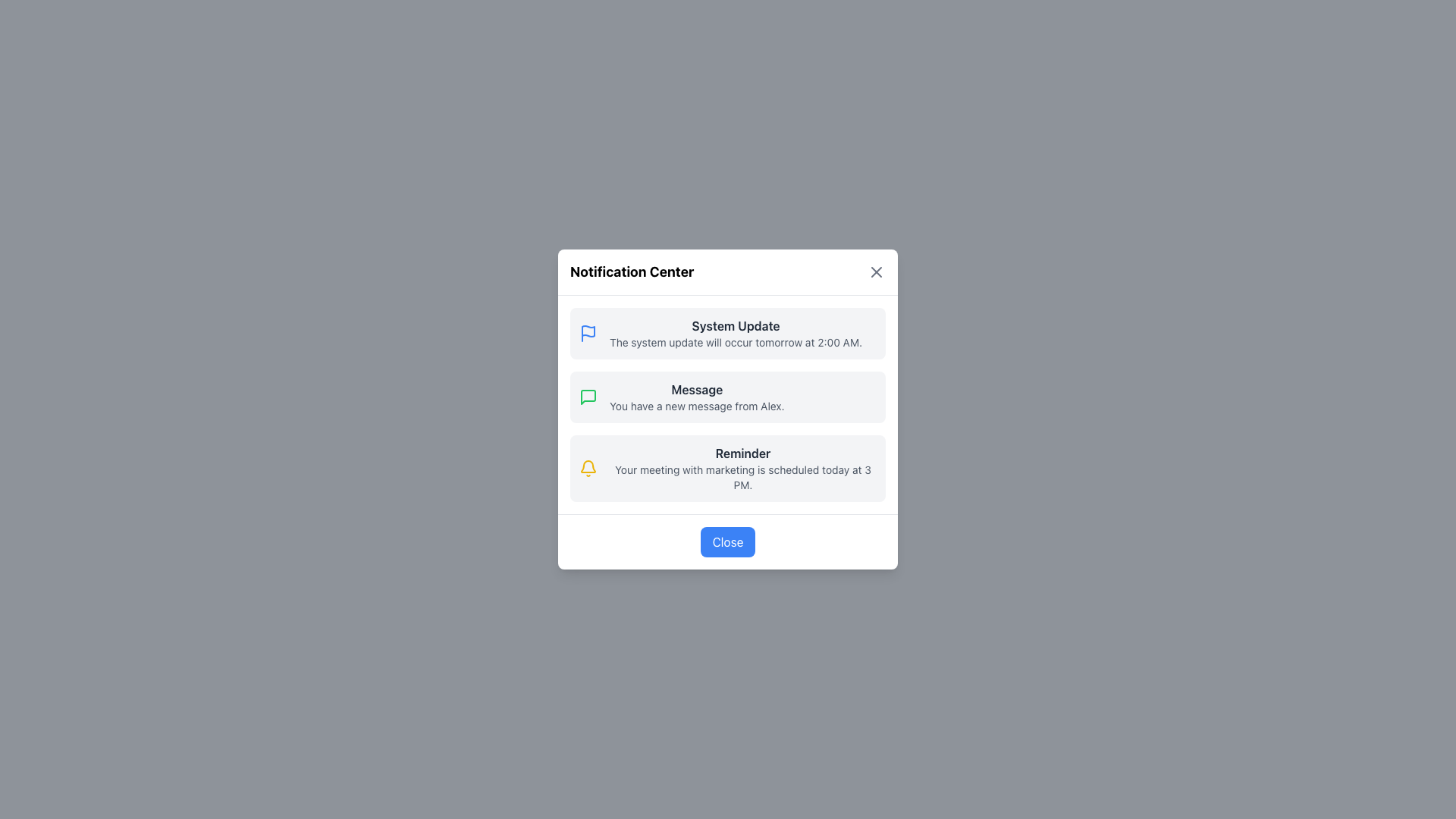  What do you see at coordinates (588, 397) in the screenshot?
I see `the speech bubble icon located to the left of the 'Message' notification titled 'You have a new message from Alex.' in the Notification Center interface` at bounding box center [588, 397].